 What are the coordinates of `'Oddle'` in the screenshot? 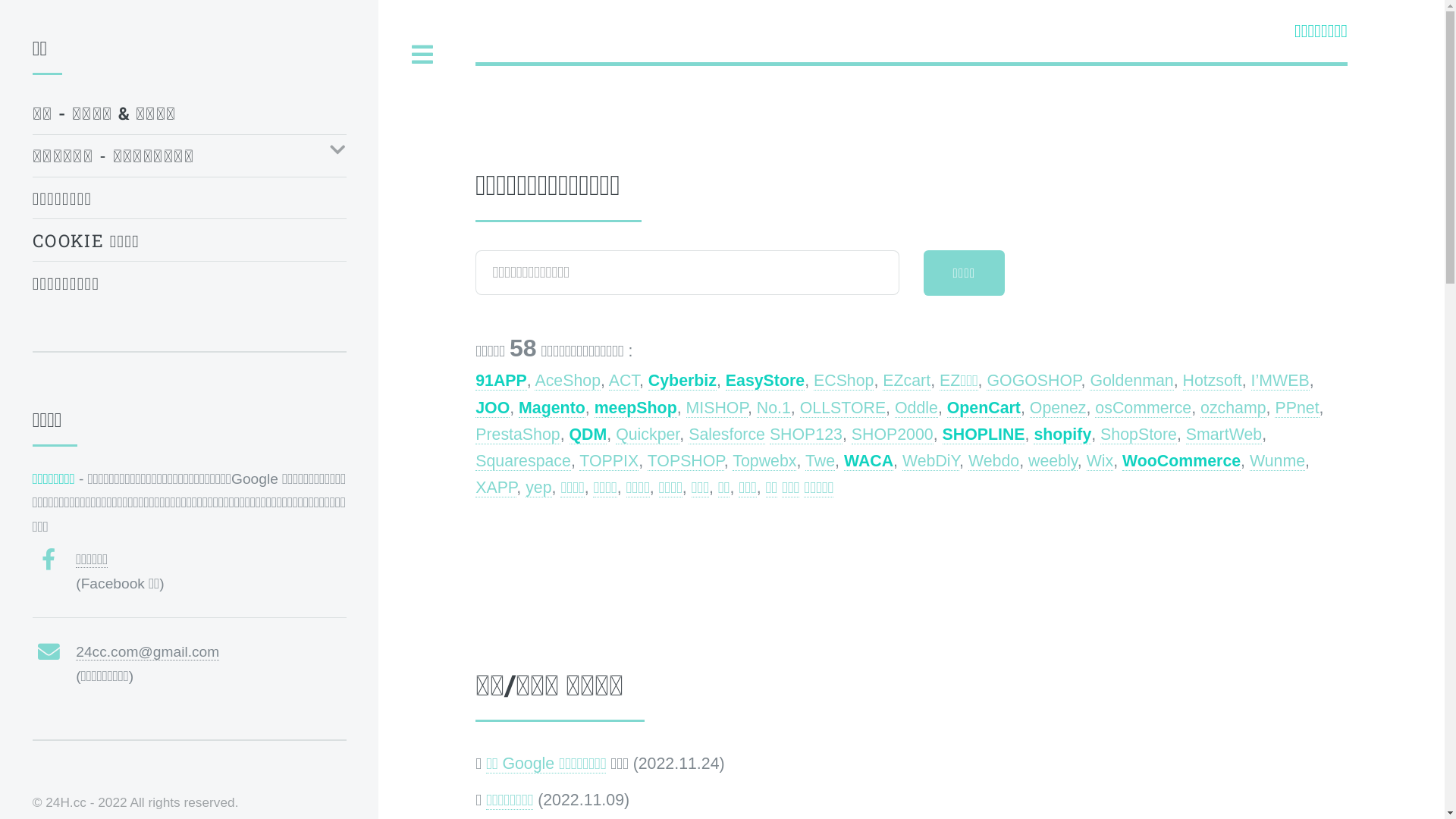 It's located at (915, 407).